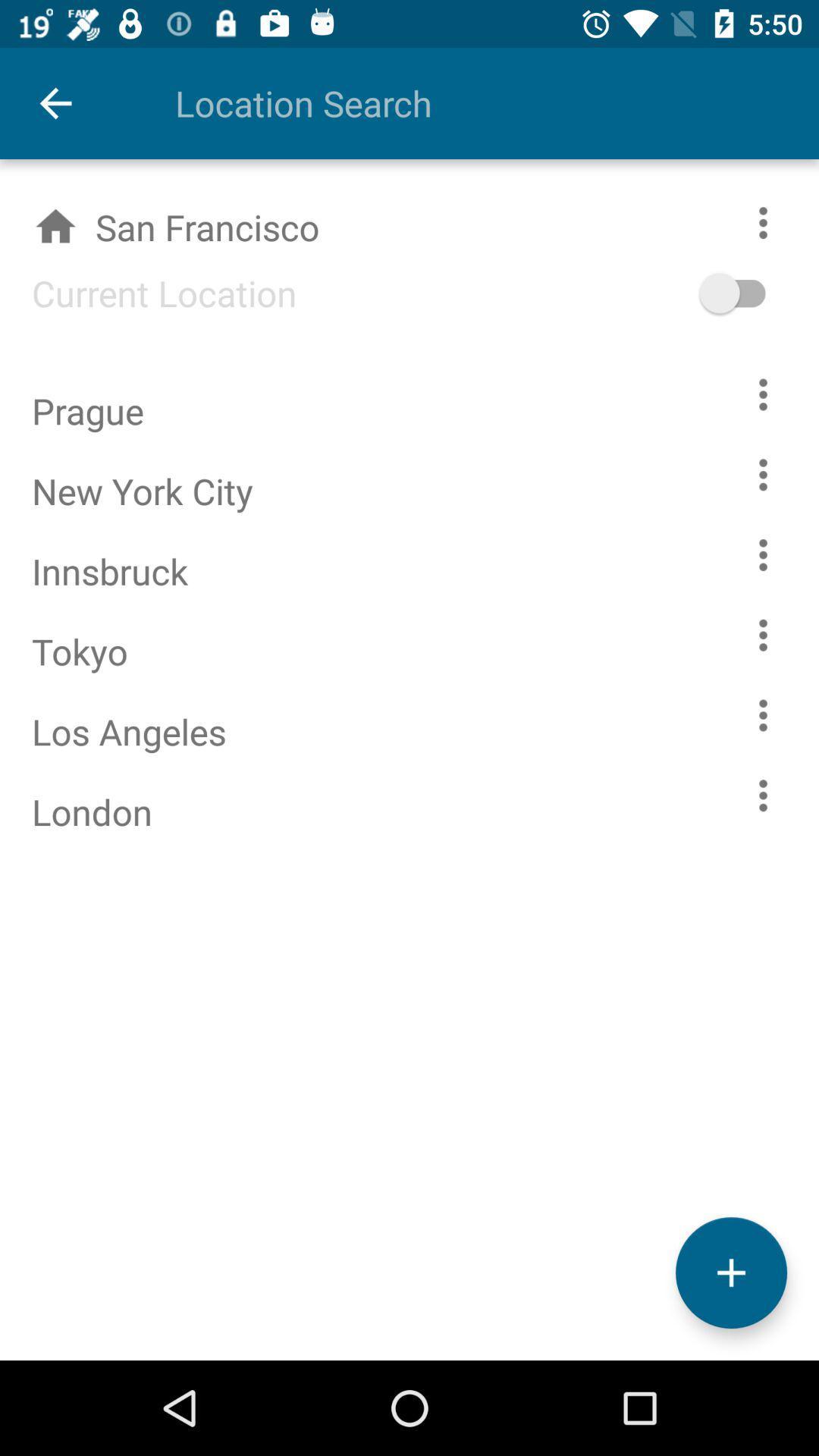  What do you see at coordinates (763, 394) in the screenshot?
I see `next option` at bounding box center [763, 394].